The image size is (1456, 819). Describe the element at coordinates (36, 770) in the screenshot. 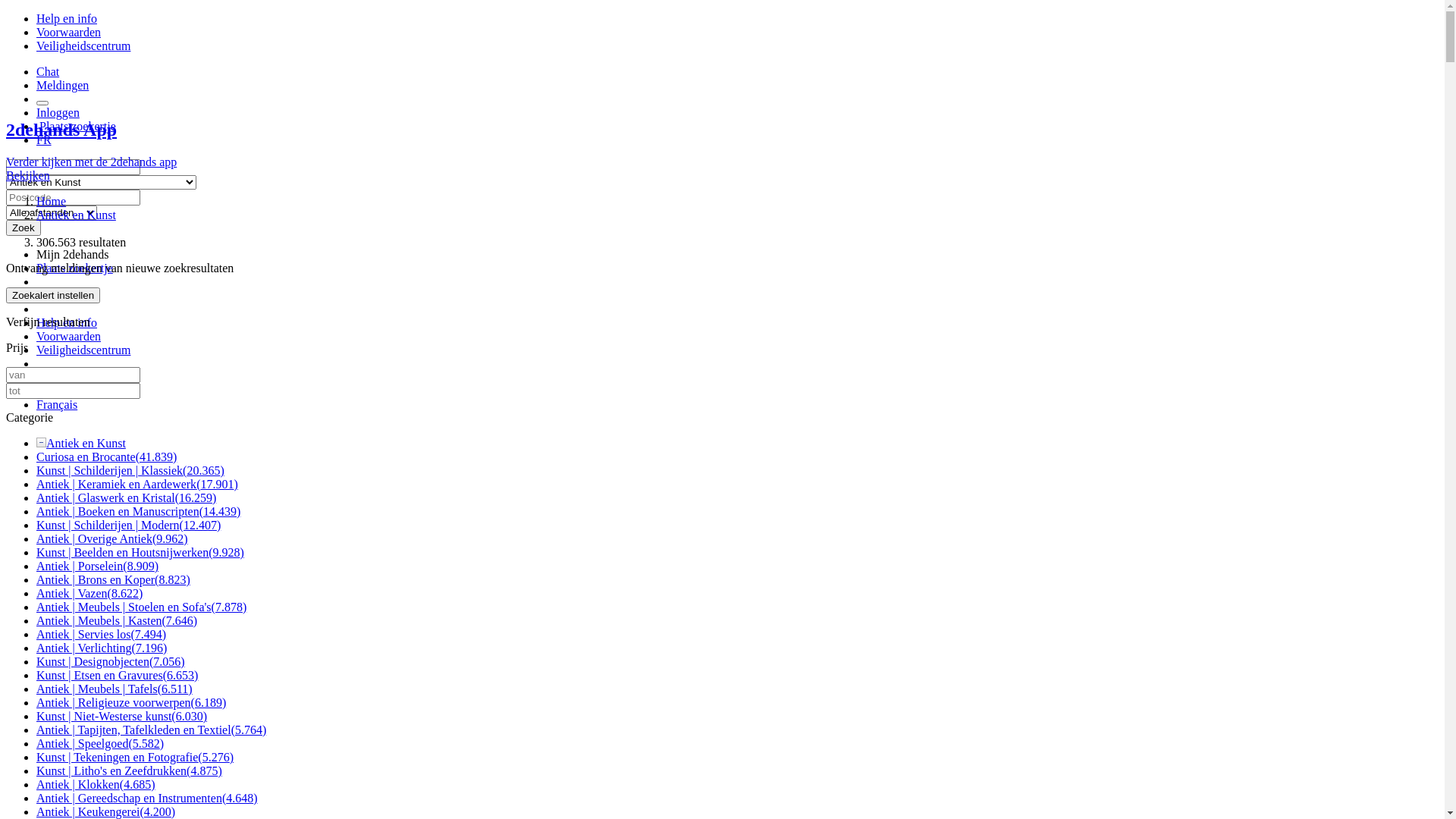

I see `'Kunst | Litho's en Zeefdrukken(4.875)'` at that location.